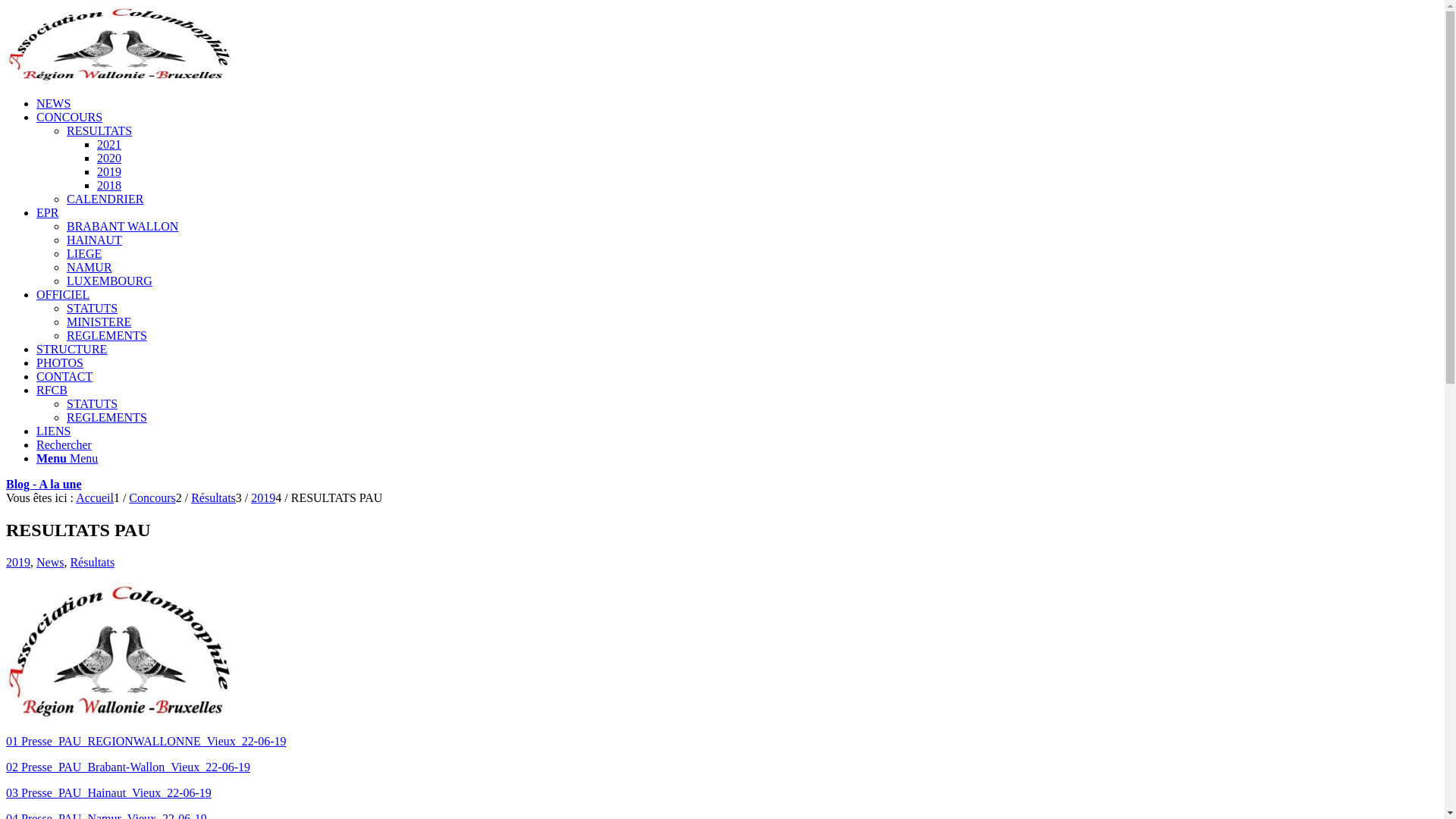 The width and height of the screenshot is (1456, 819). I want to click on 'LIENS', so click(53, 431).